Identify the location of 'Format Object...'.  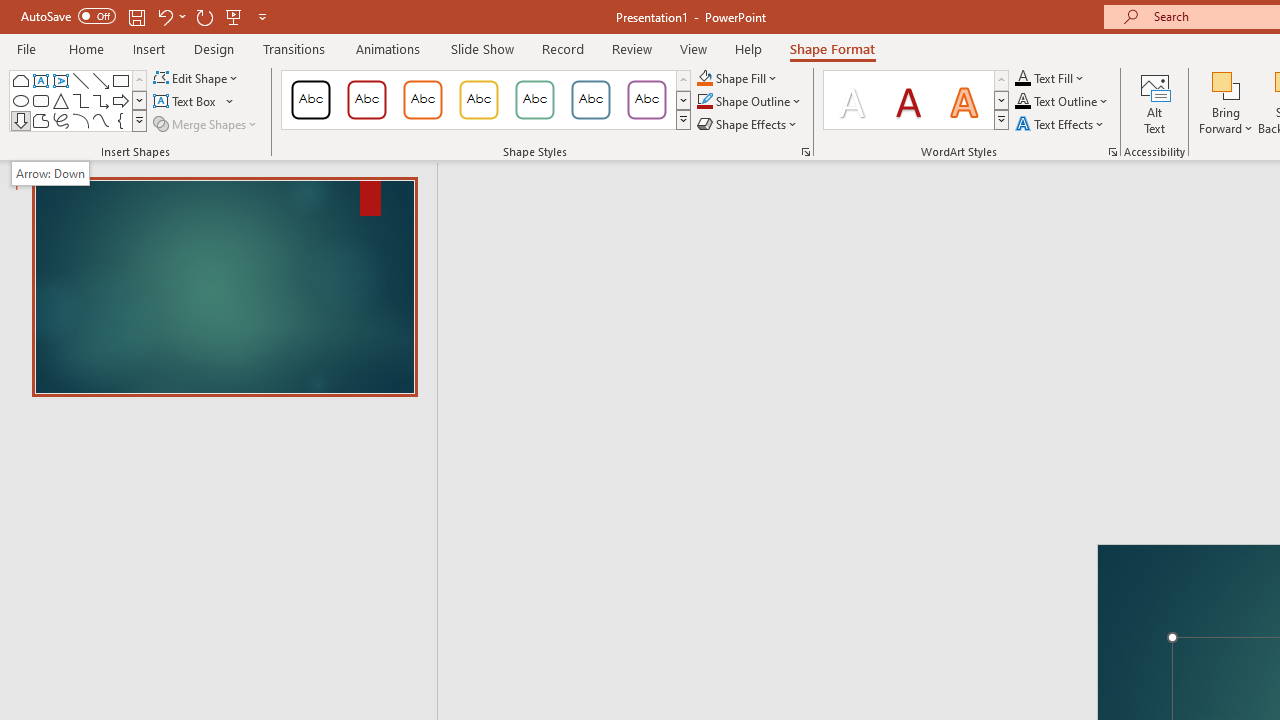
(805, 150).